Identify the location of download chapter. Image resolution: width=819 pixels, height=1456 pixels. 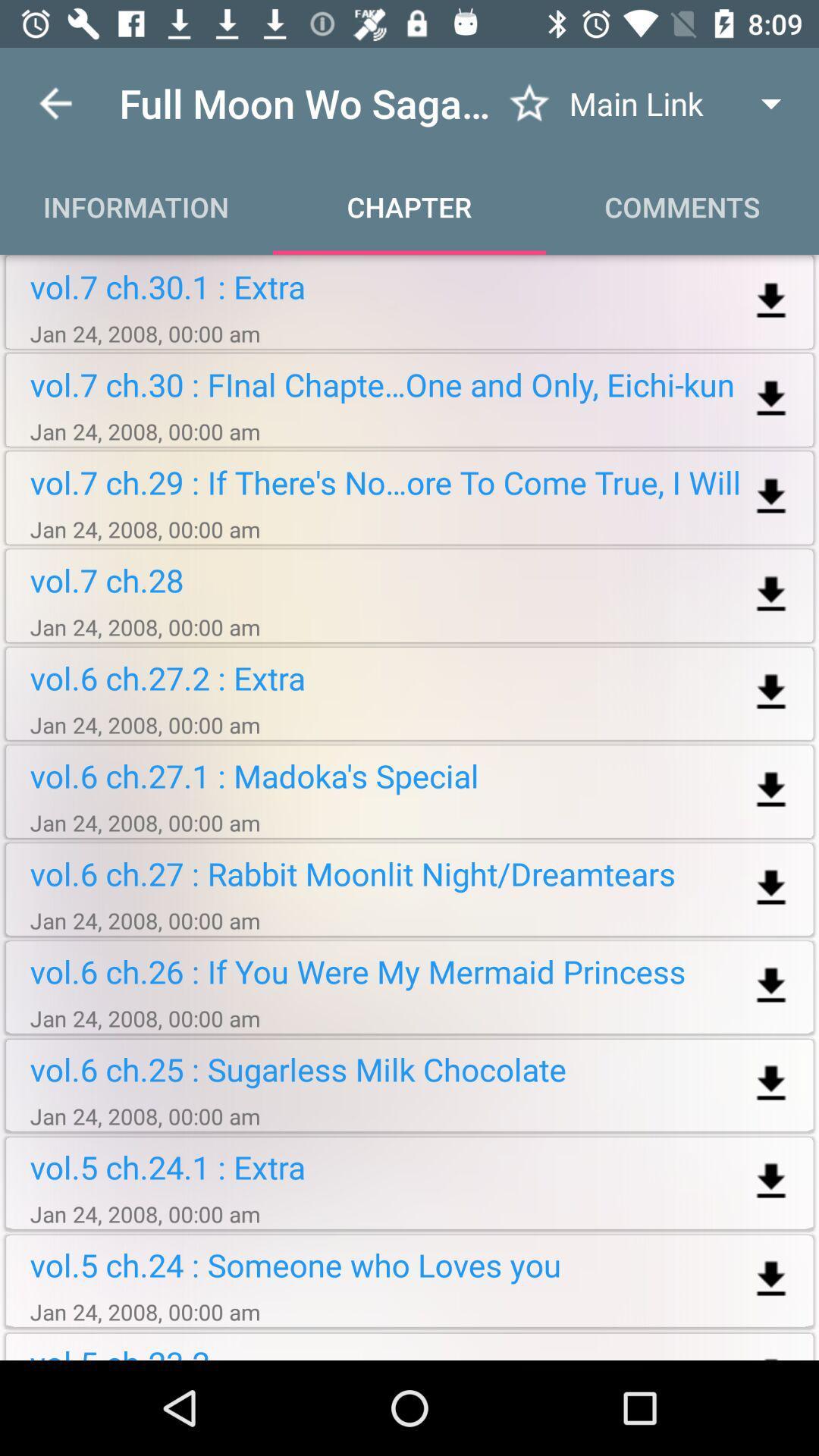
(771, 888).